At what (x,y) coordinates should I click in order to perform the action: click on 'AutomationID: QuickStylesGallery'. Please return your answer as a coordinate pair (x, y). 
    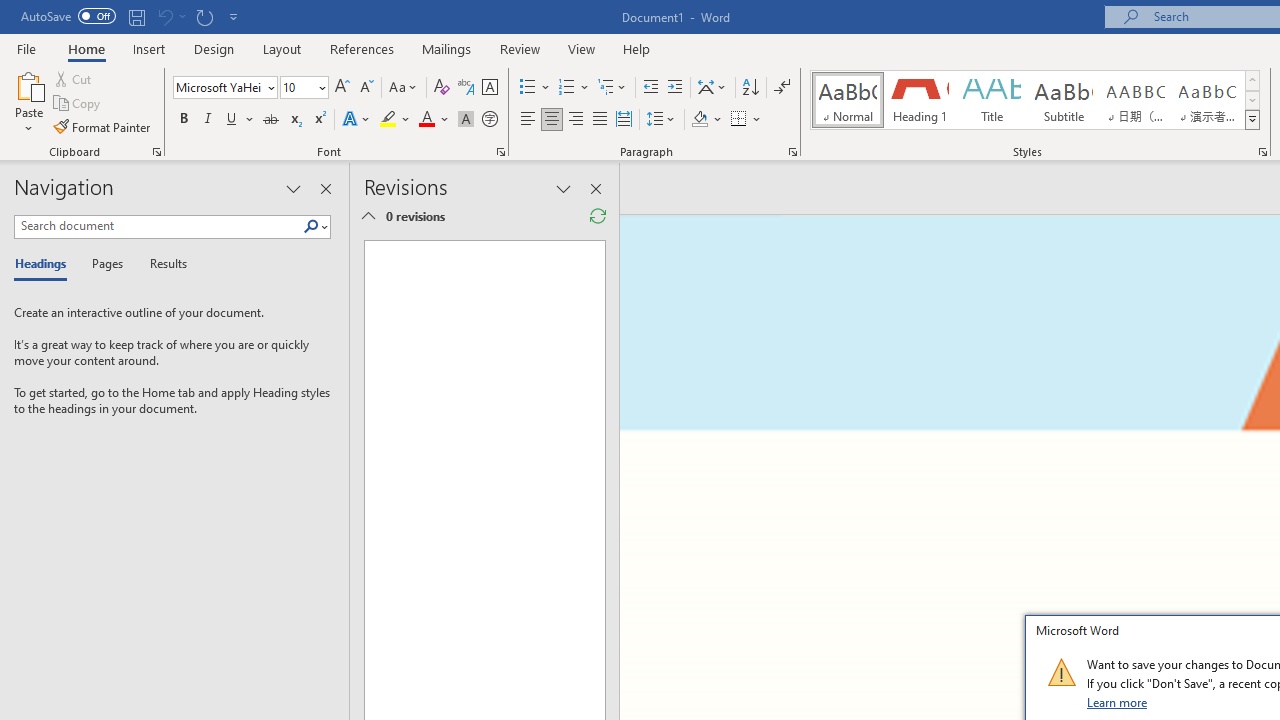
    Looking at the image, I should click on (1036, 100).